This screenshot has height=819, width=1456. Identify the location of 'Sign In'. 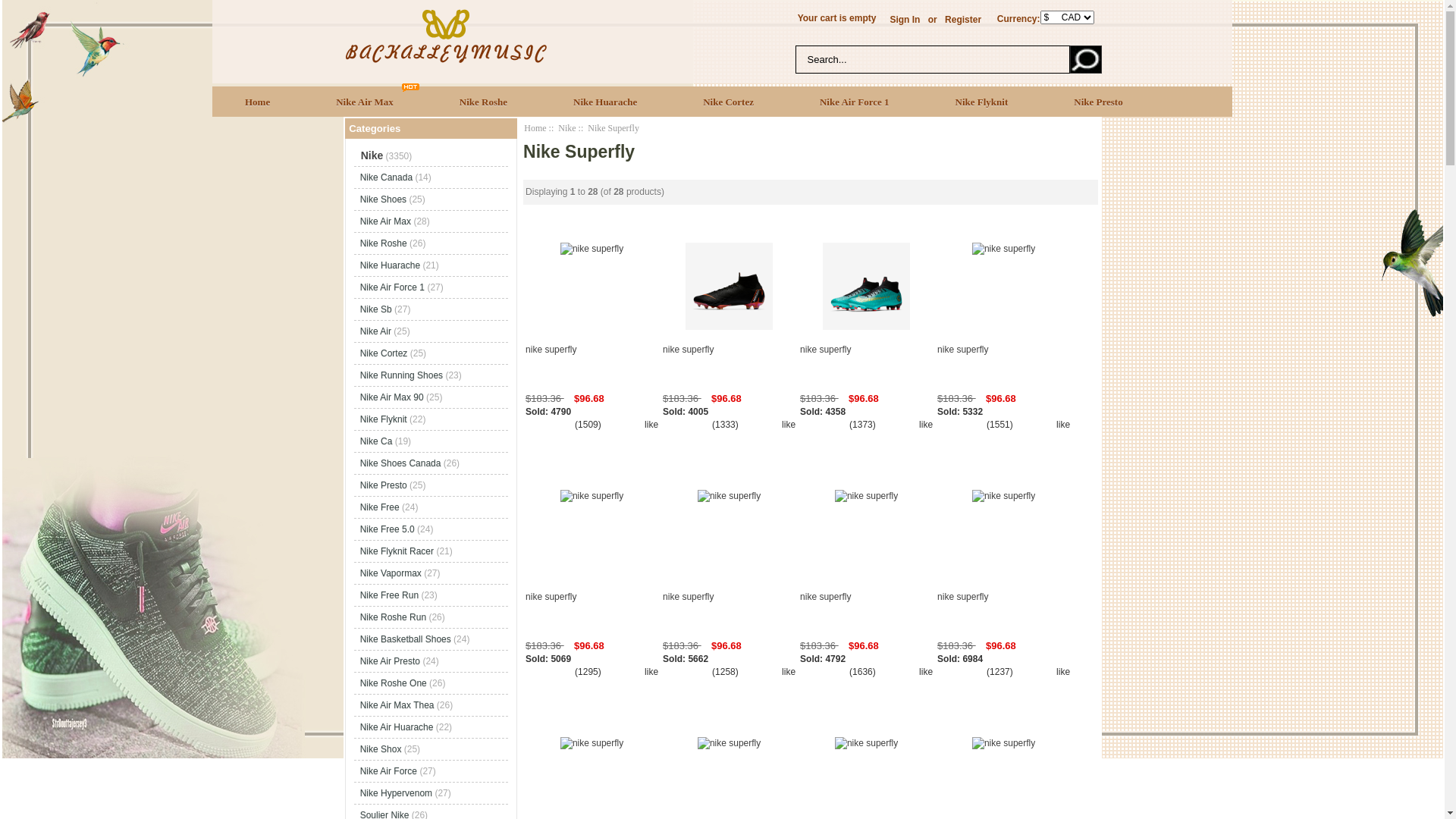
(905, 20).